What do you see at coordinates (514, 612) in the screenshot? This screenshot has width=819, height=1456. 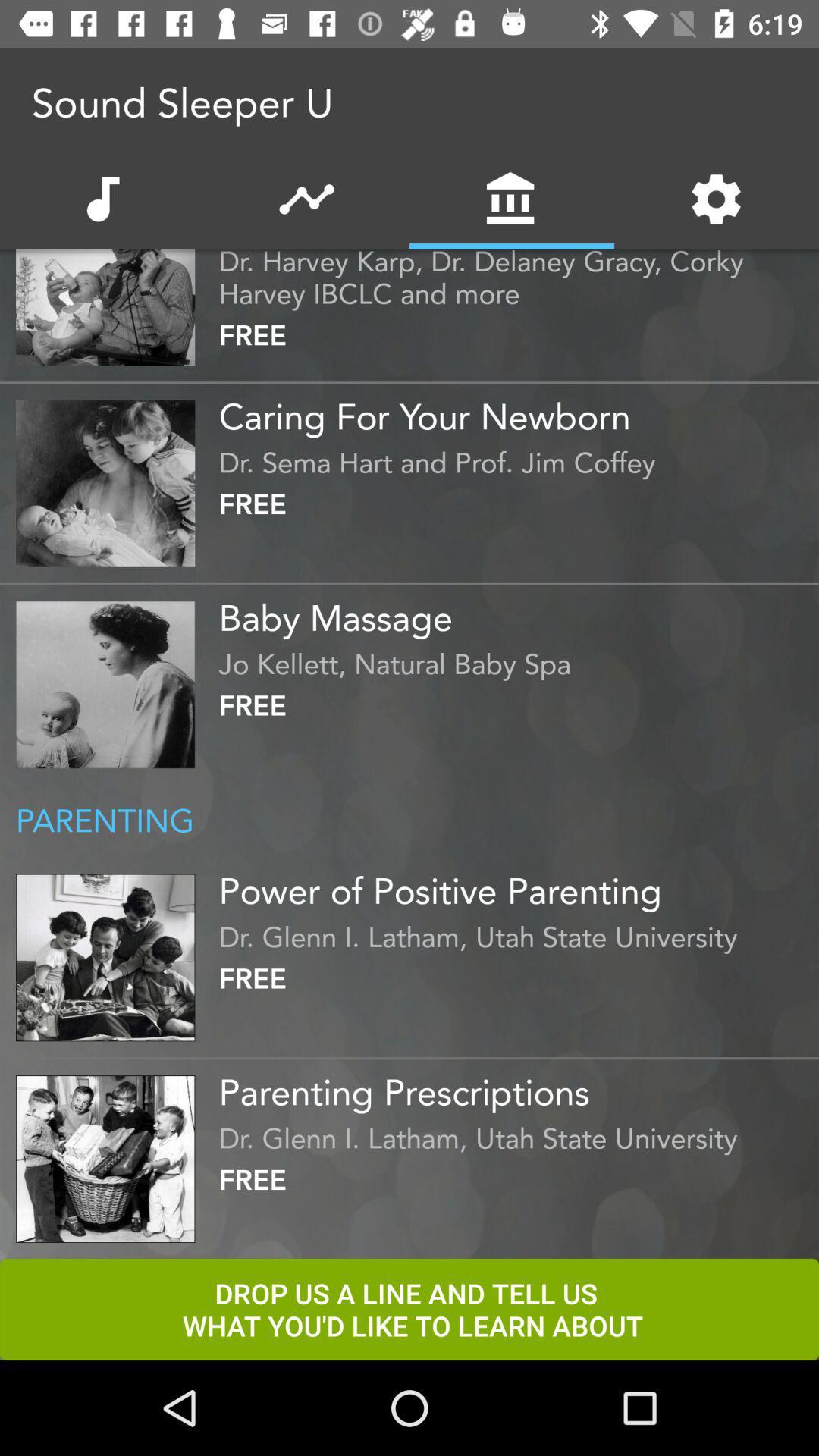 I see `the item above the jo kellett natural` at bounding box center [514, 612].